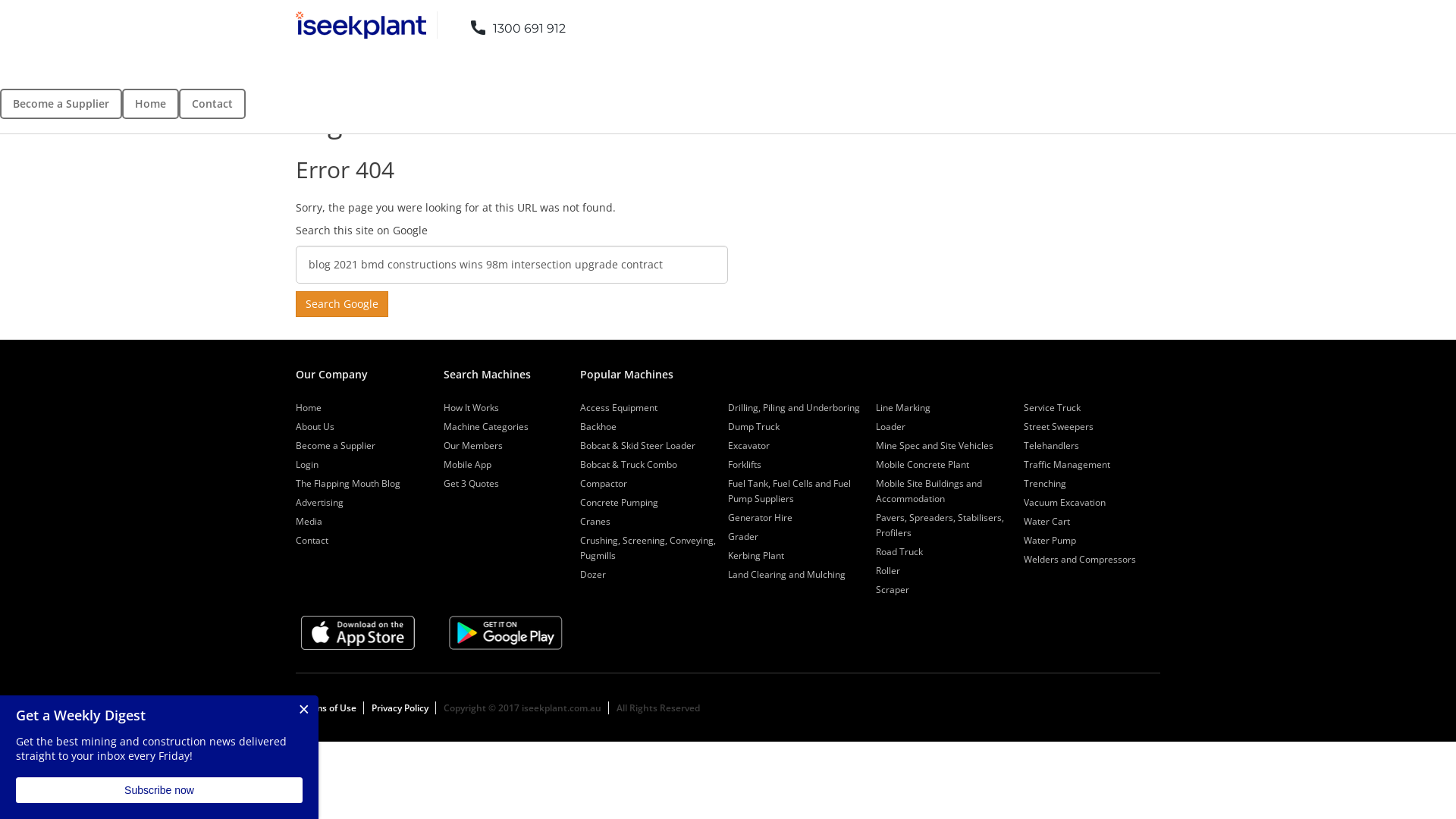  I want to click on 'Drilling, Piling and Underboring', so click(792, 406).